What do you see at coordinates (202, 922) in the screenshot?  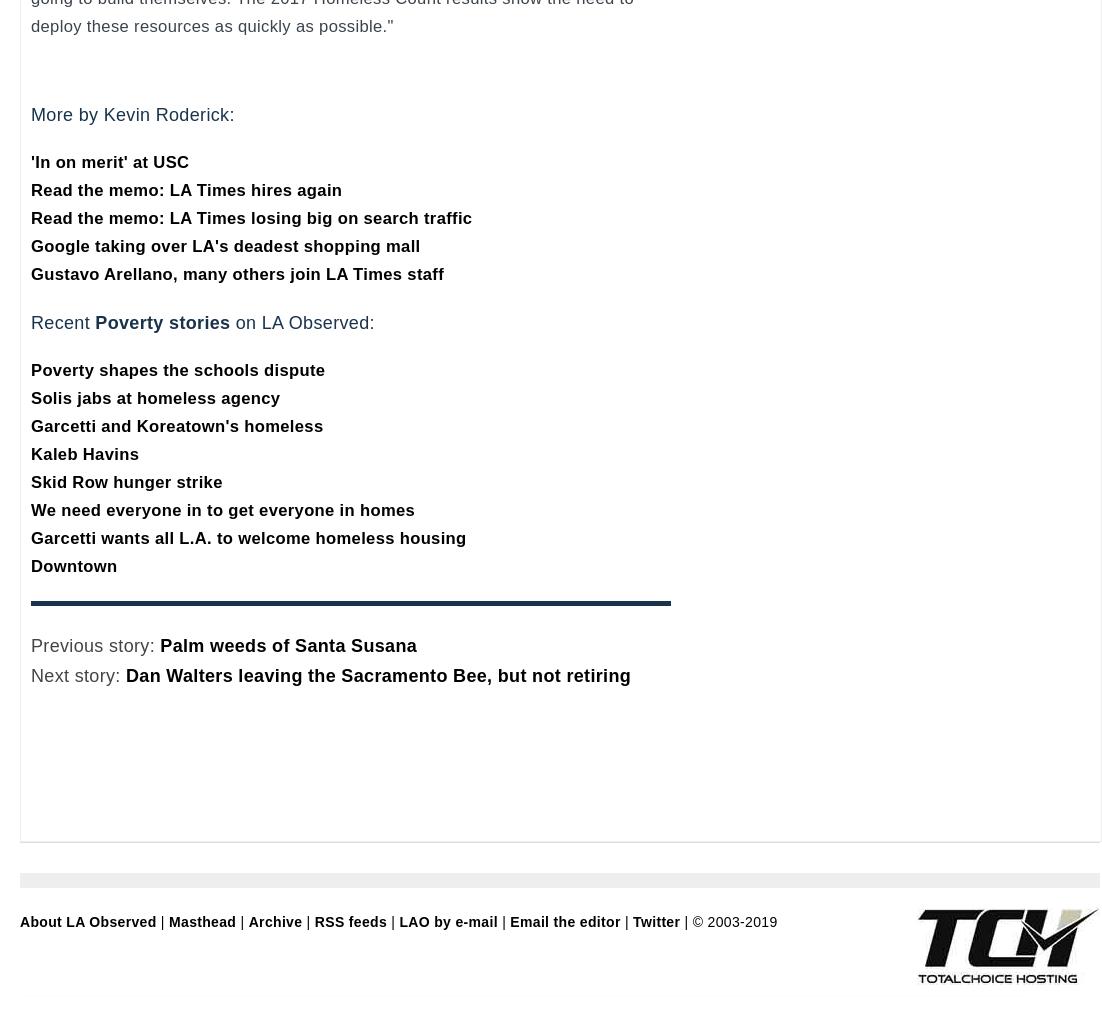 I see `'Masthead'` at bounding box center [202, 922].